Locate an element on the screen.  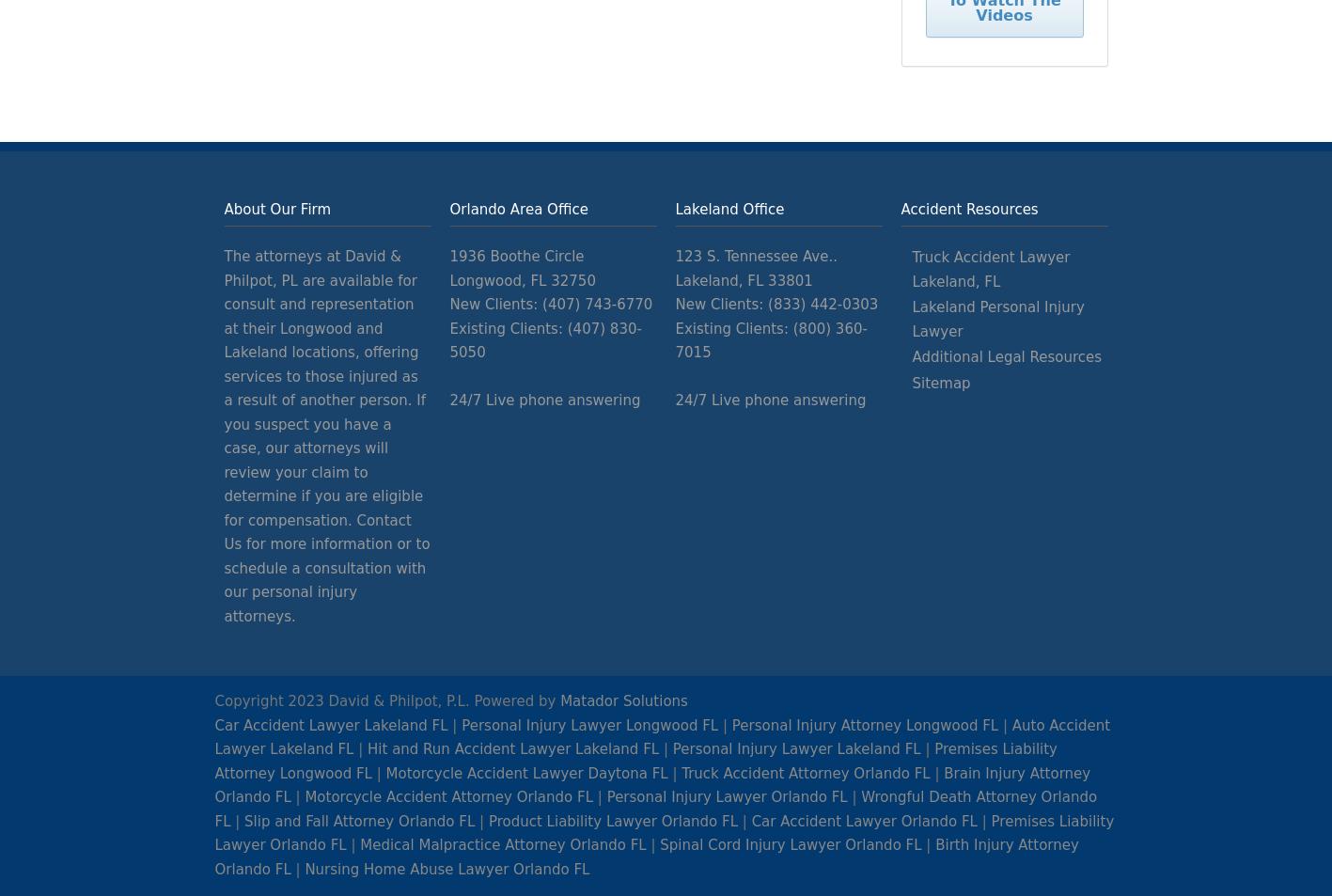
'Longwood, FL 32750' is located at coordinates (522, 279).